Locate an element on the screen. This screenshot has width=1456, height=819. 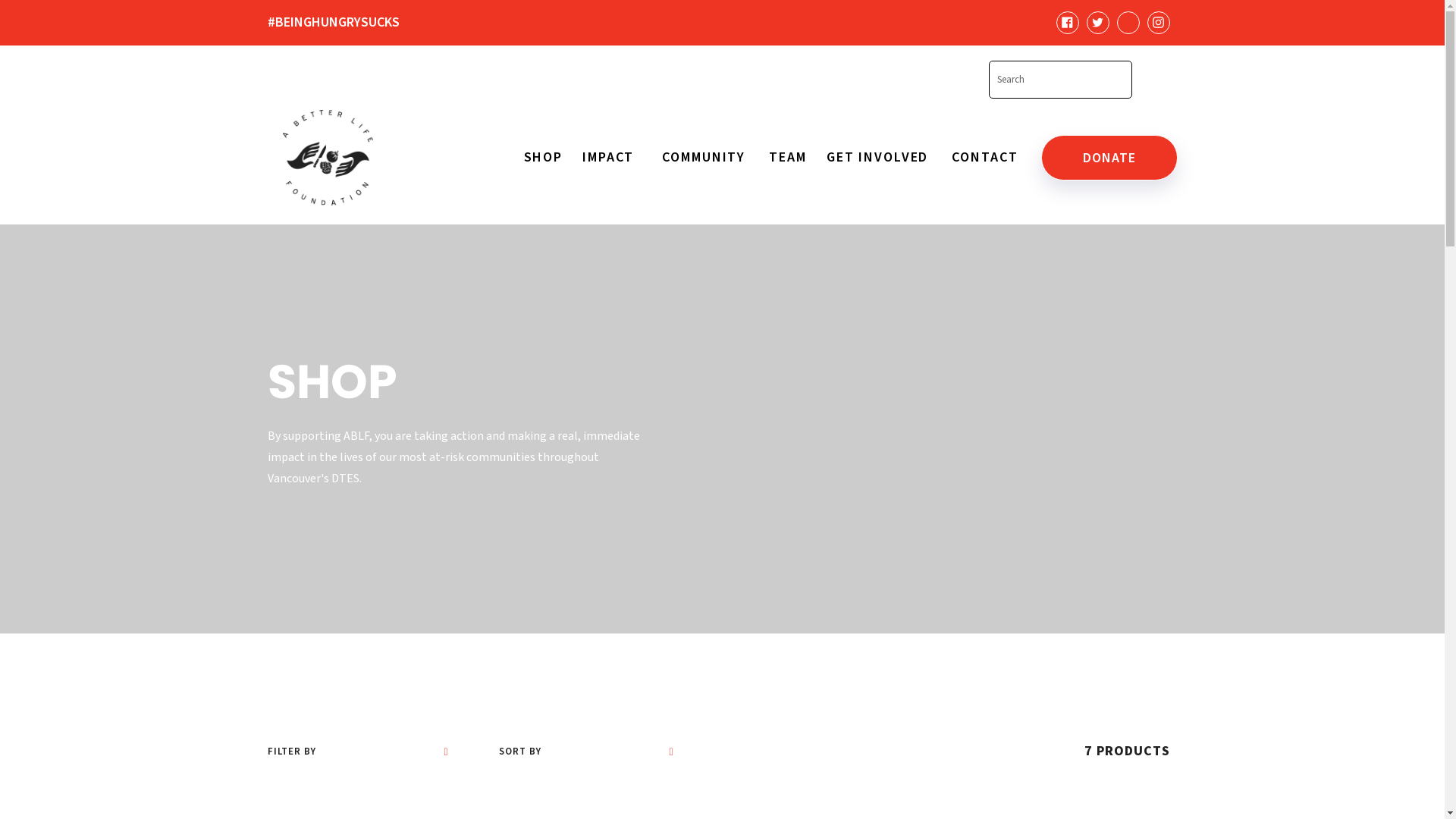
'IMPACT' is located at coordinates (577, 158).